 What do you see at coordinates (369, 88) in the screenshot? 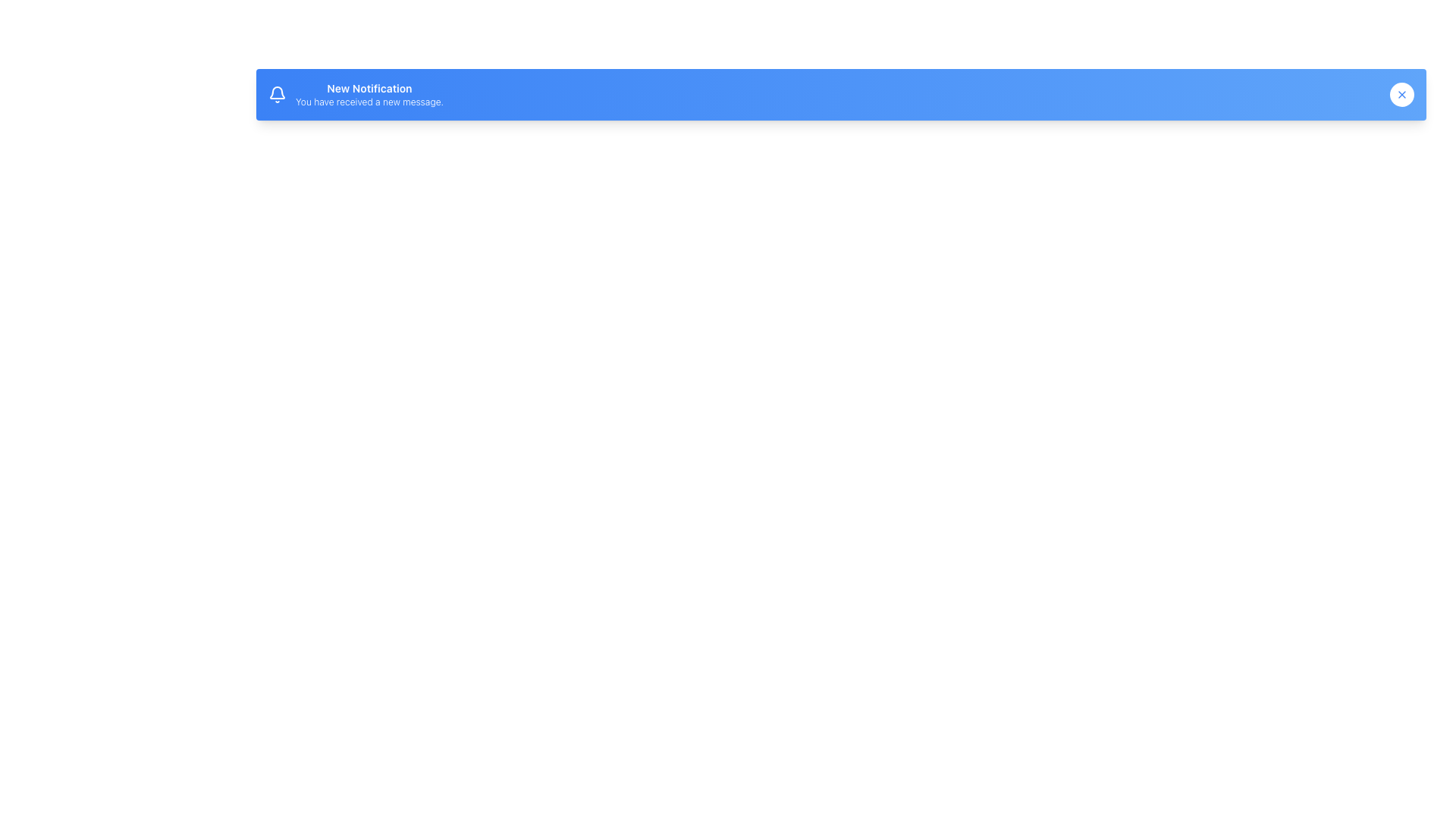
I see `Text Label that serves as the title or heading of the notification, located in the top left section of the notification card, above the 'You have received a new message.' text element` at bounding box center [369, 88].